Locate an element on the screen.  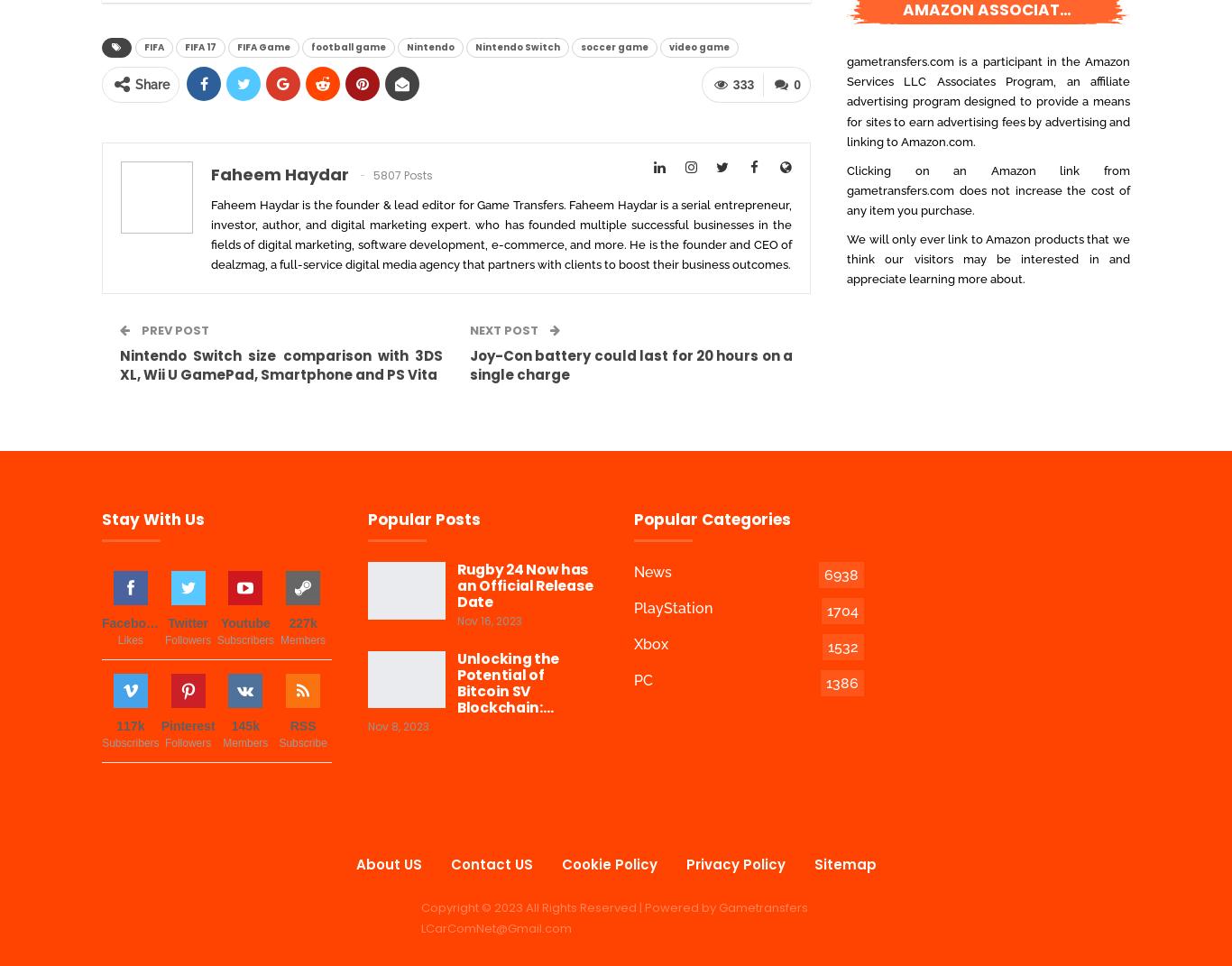
'Nintendo Switch size comparison with 3DS XL, Wii U GamePad, Smartphone and PS Vita' is located at coordinates (280, 365).